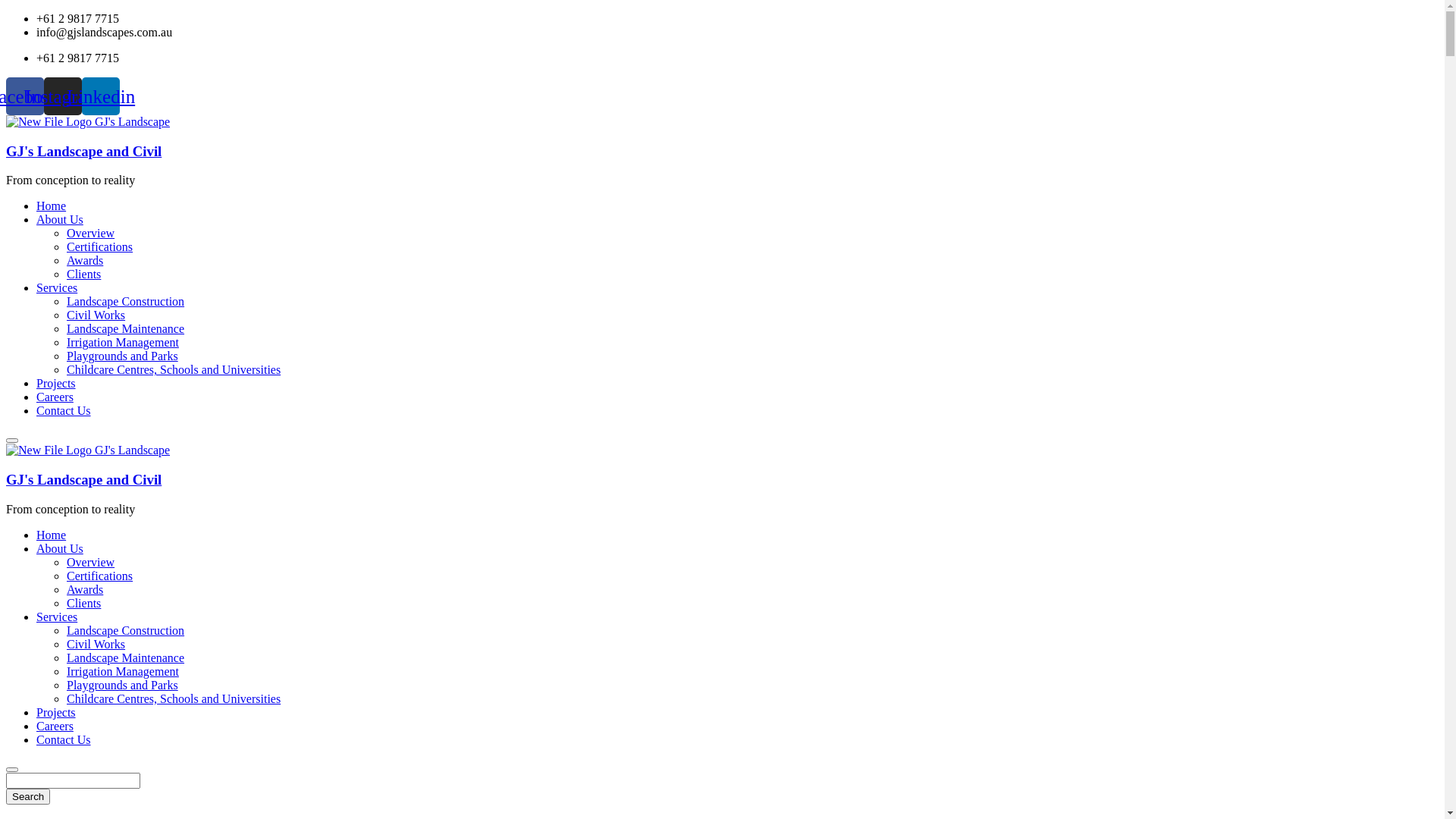  Describe the element at coordinates (95, 644) in the screenshot. I see `'Civil Works'` at that location.